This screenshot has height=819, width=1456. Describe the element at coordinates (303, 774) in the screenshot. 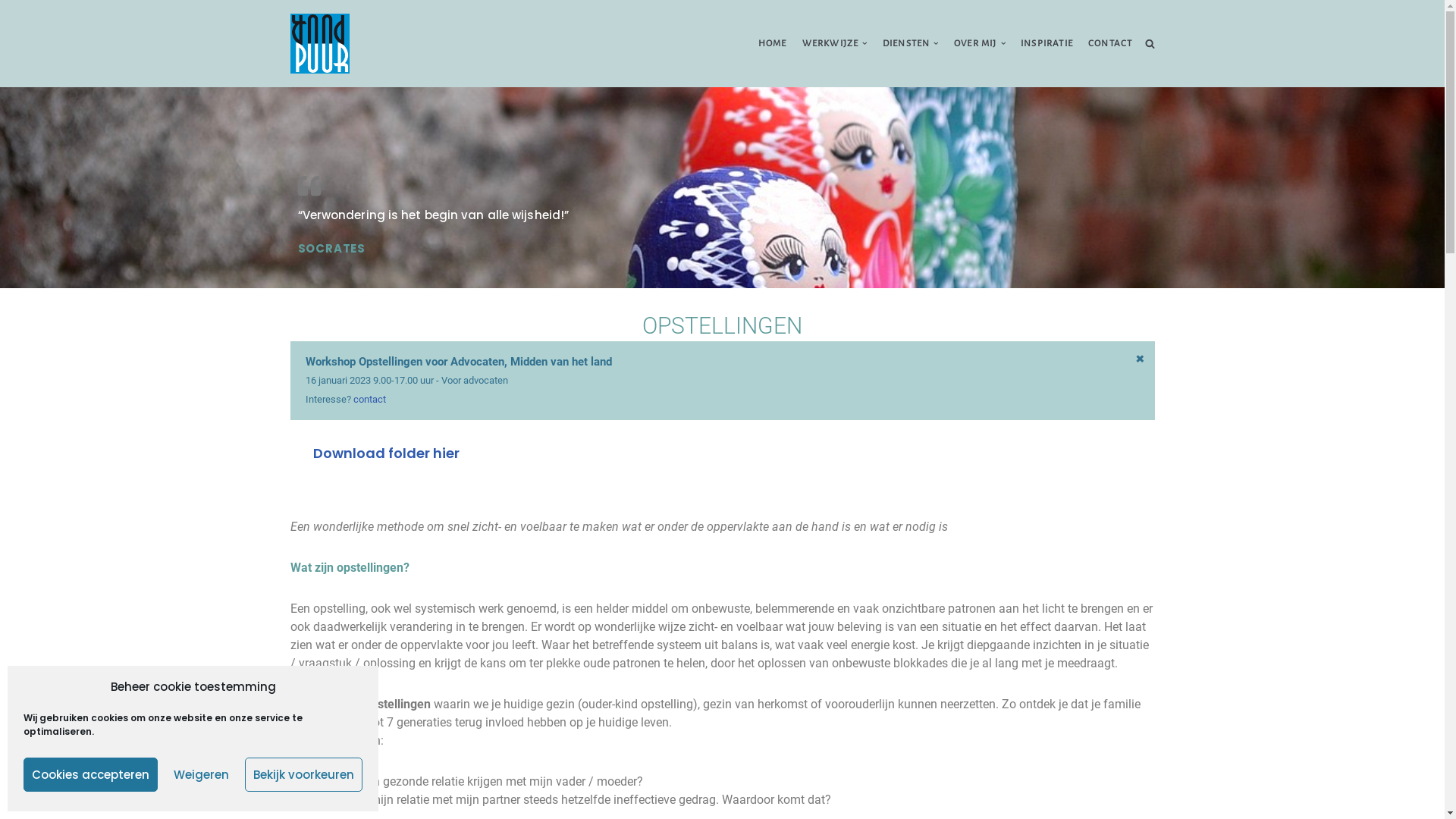

I see `'Bekijk voorkeuren'` at that location.